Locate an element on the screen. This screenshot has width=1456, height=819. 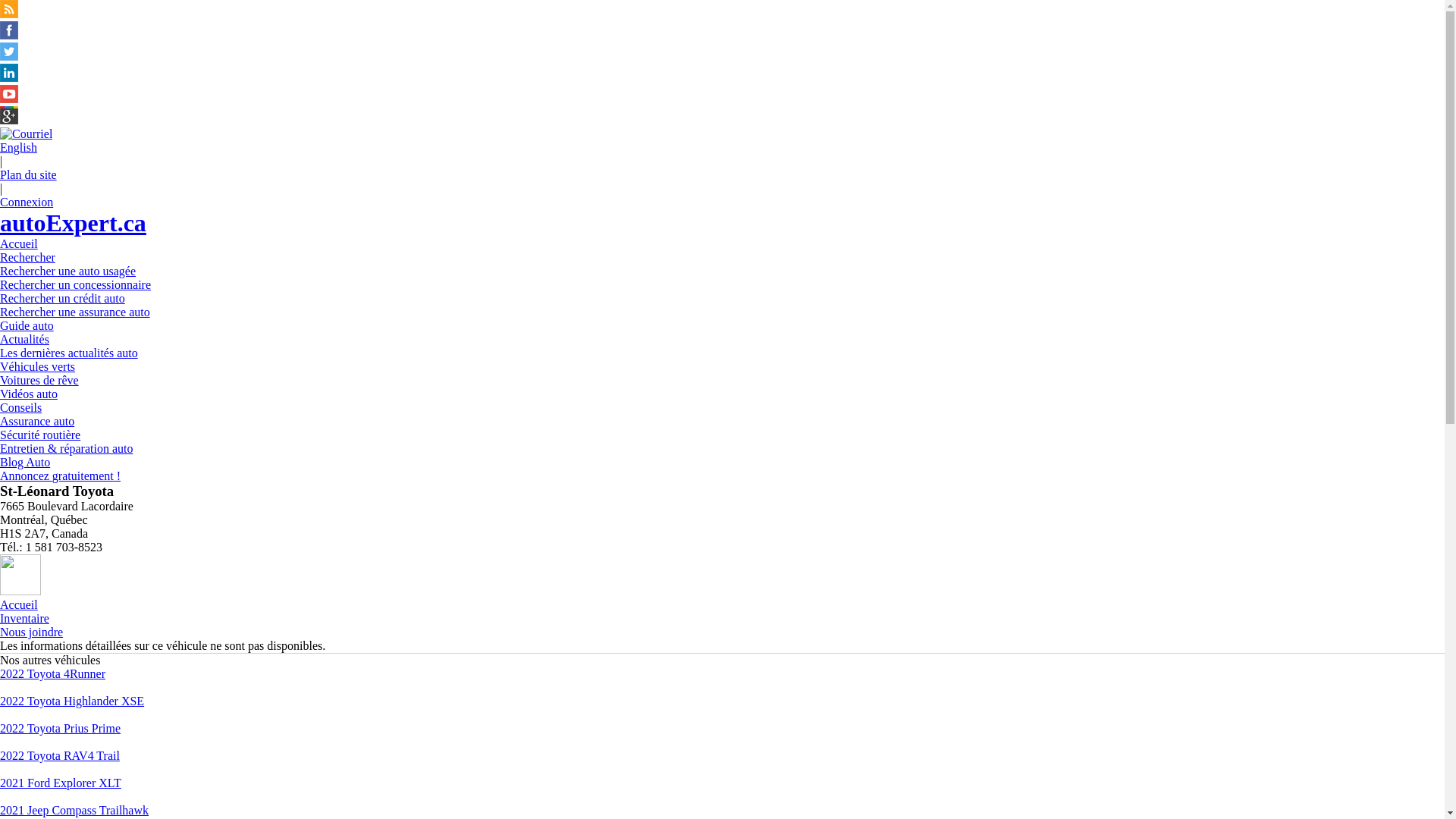
'Suivez autoExpert.ca sur Facebook' is located at coordinates (9, 34).